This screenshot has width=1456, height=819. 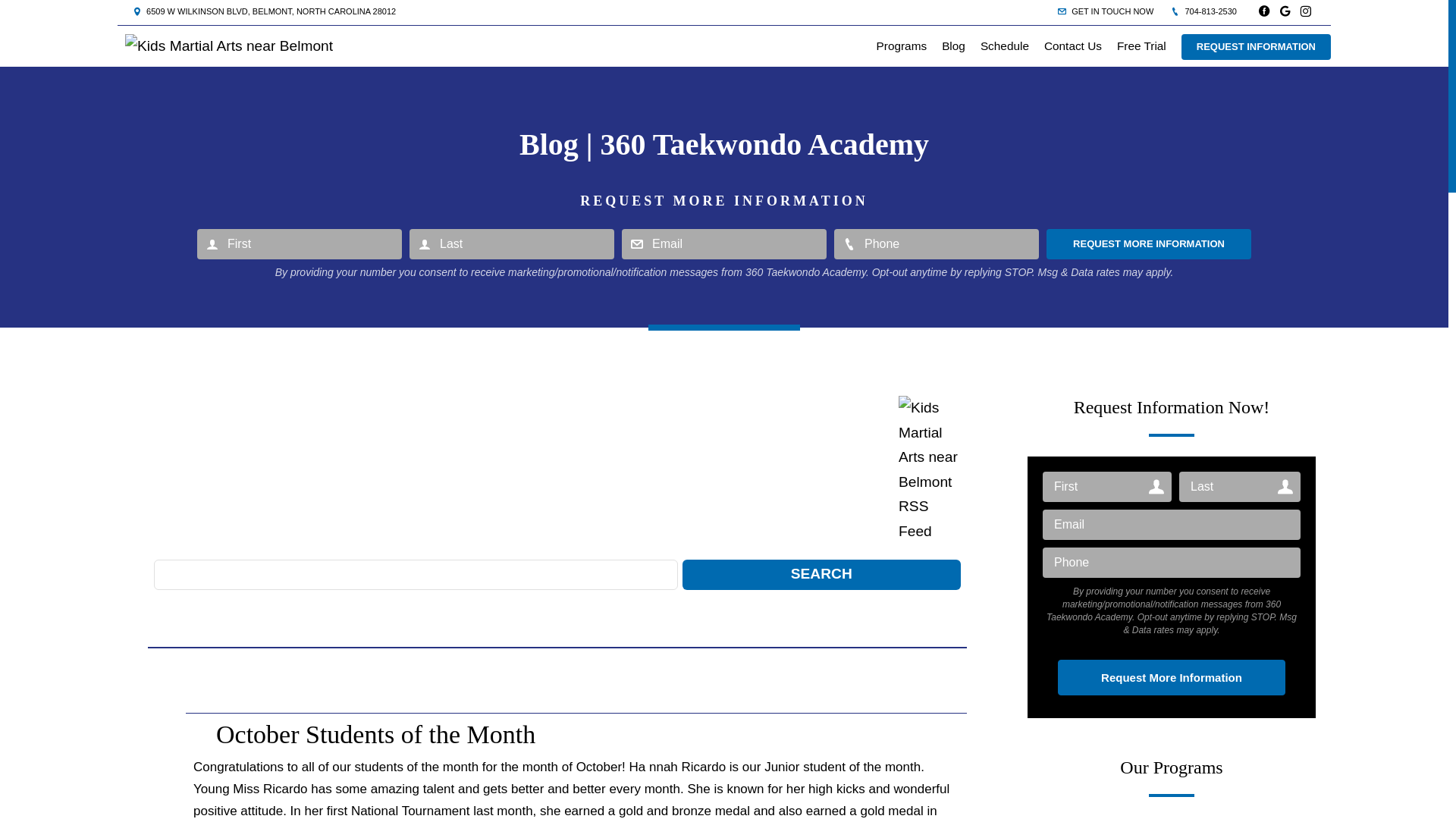 What do you see at coordinates (821, 575) in the screenshot?
I see `'Search'` at bounding box center [821, 575].